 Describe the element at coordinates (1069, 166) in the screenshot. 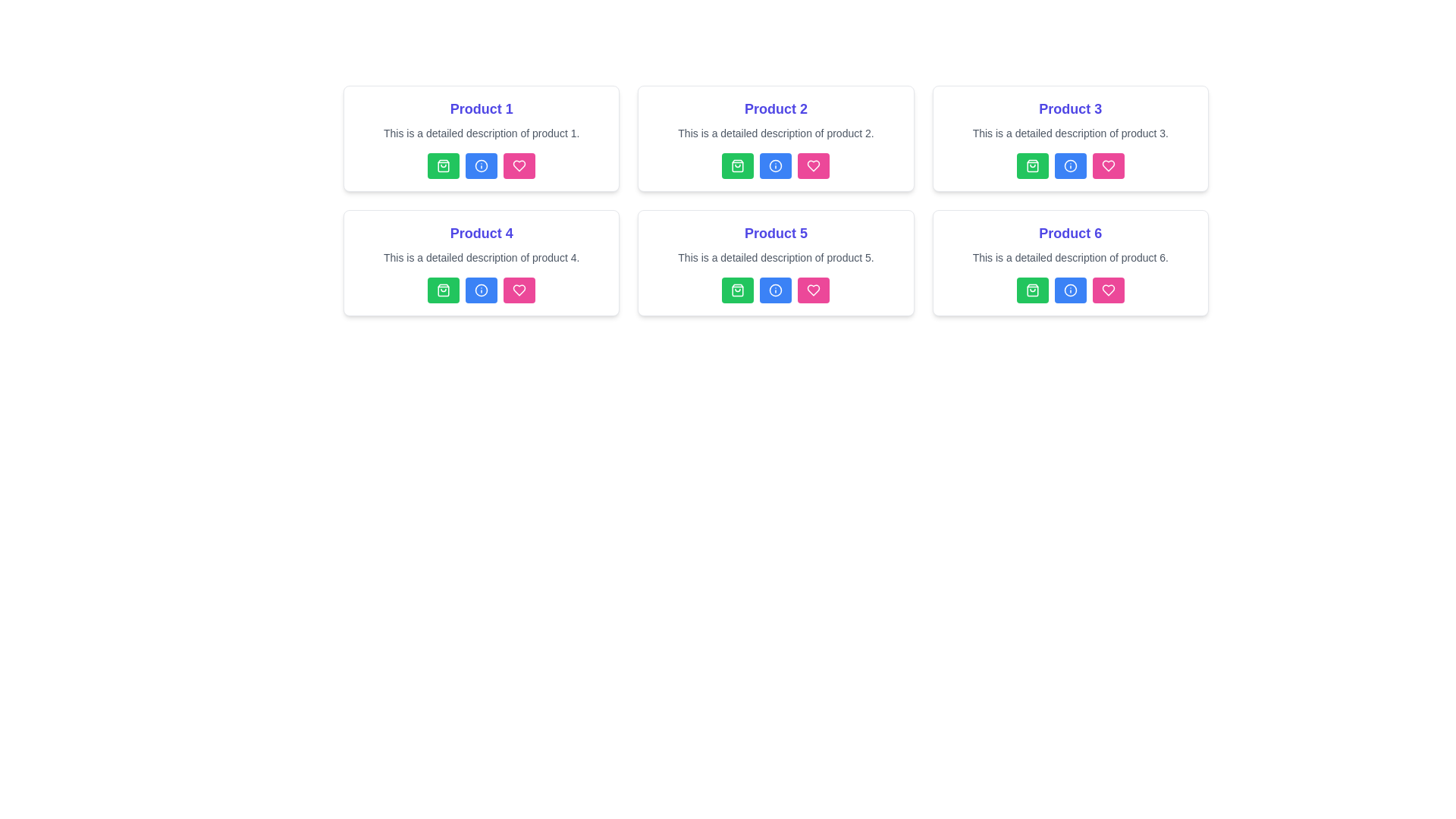

I see `the blue rounded rectangular button with a white information icon in the center, located below the title 'Product 3' and positioned between a green shopping bag button and a pink heart button` at that location.